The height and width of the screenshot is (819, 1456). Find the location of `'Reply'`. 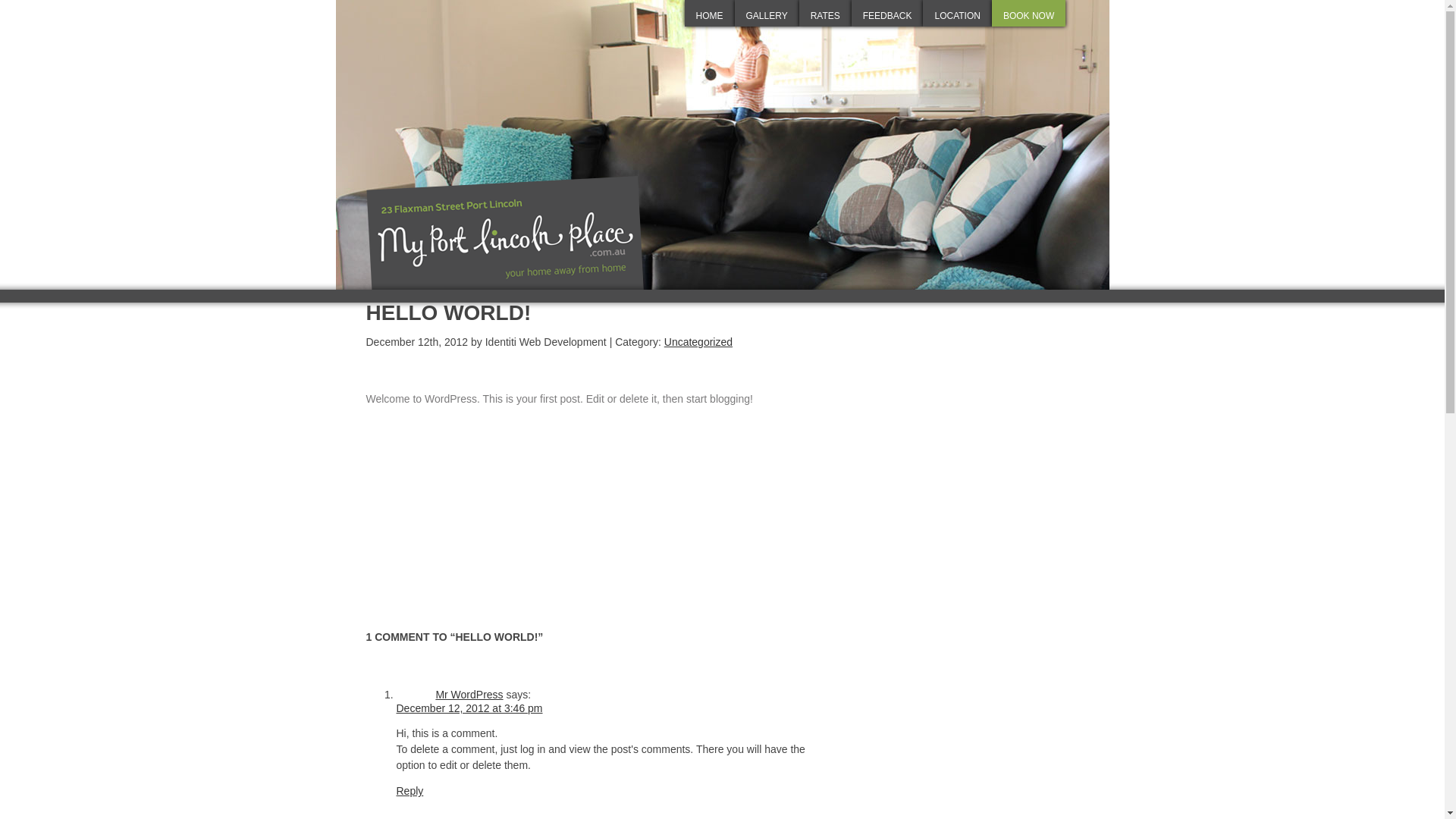

'Reply' is located at coordinates (409, 789).